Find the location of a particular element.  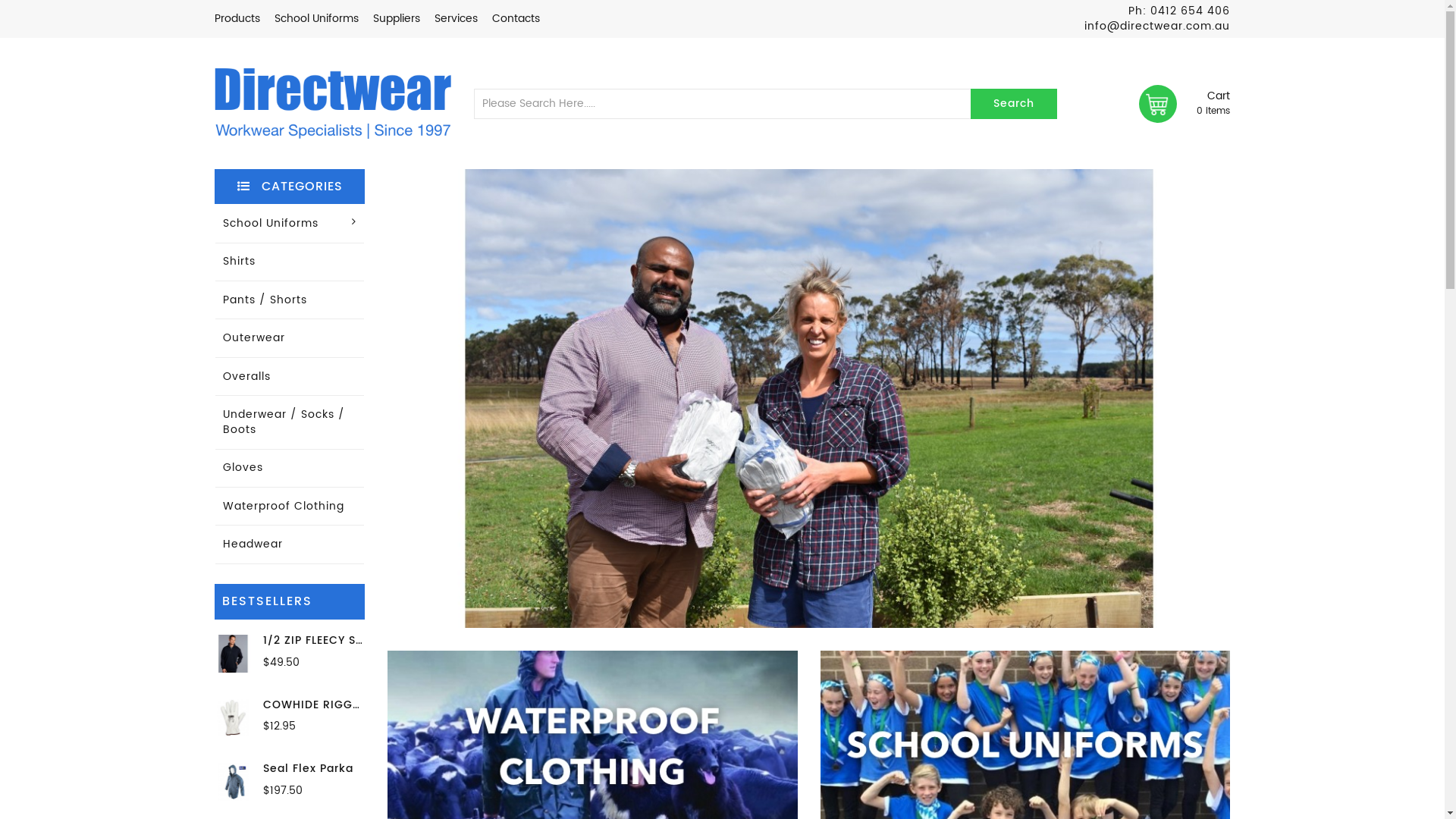

'Seal Flex Parka' is located at coordinates (232, 781).